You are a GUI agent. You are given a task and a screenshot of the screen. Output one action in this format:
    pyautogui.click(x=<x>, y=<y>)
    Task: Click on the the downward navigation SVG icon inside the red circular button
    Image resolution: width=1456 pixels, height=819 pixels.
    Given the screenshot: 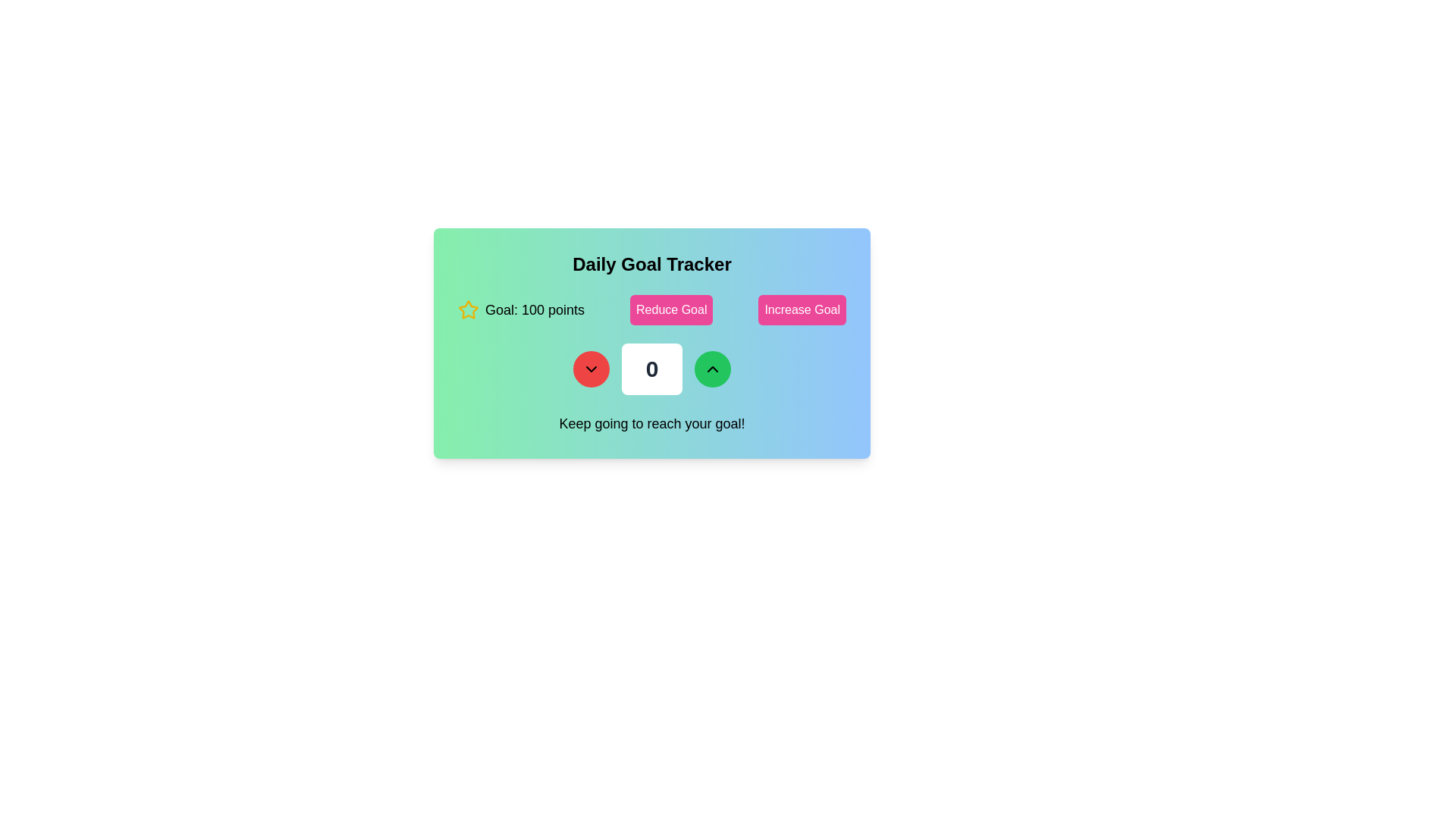 What is the action you would take?
    pyautogui.click(x=590, y=369)
    